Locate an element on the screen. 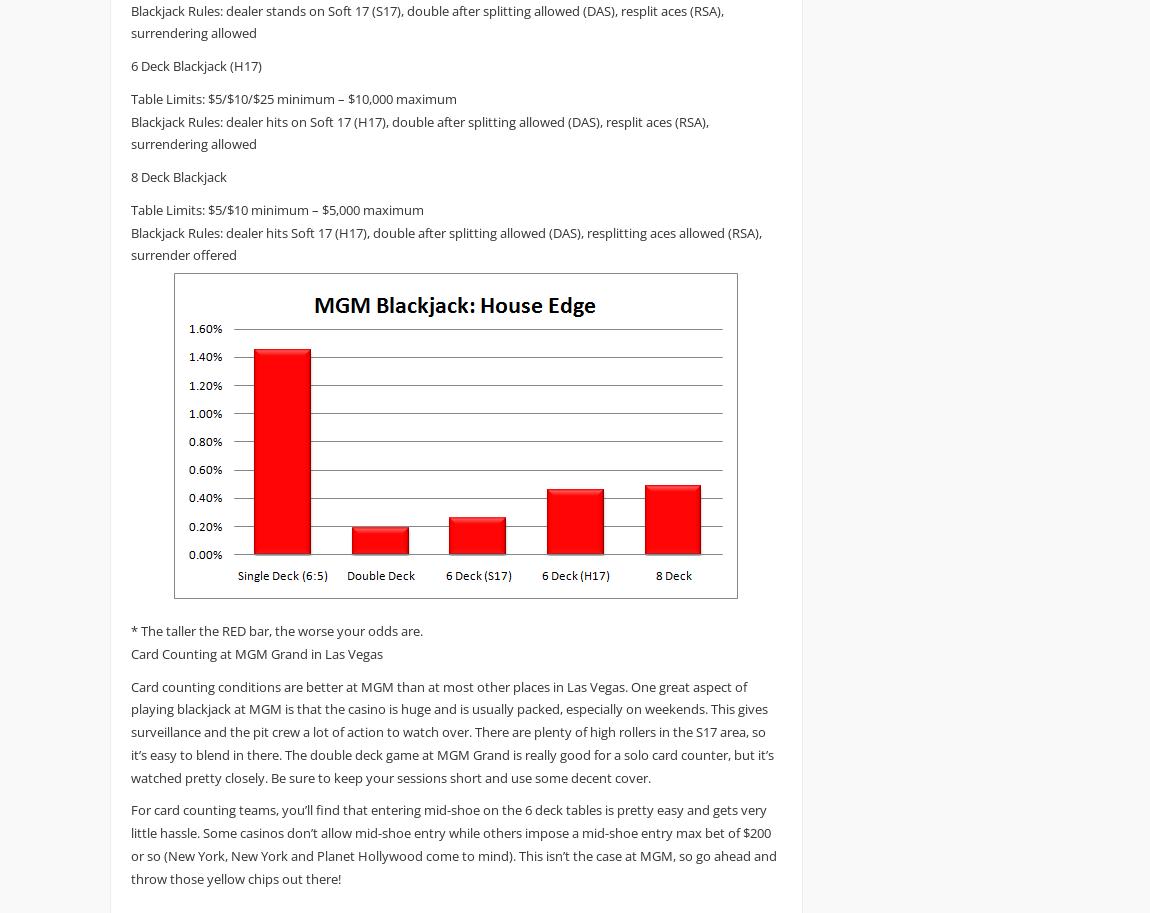 The height and width of the screenshot is (913, 1150). '8 Deck Blackjack' is located at coordinates (129, 177).